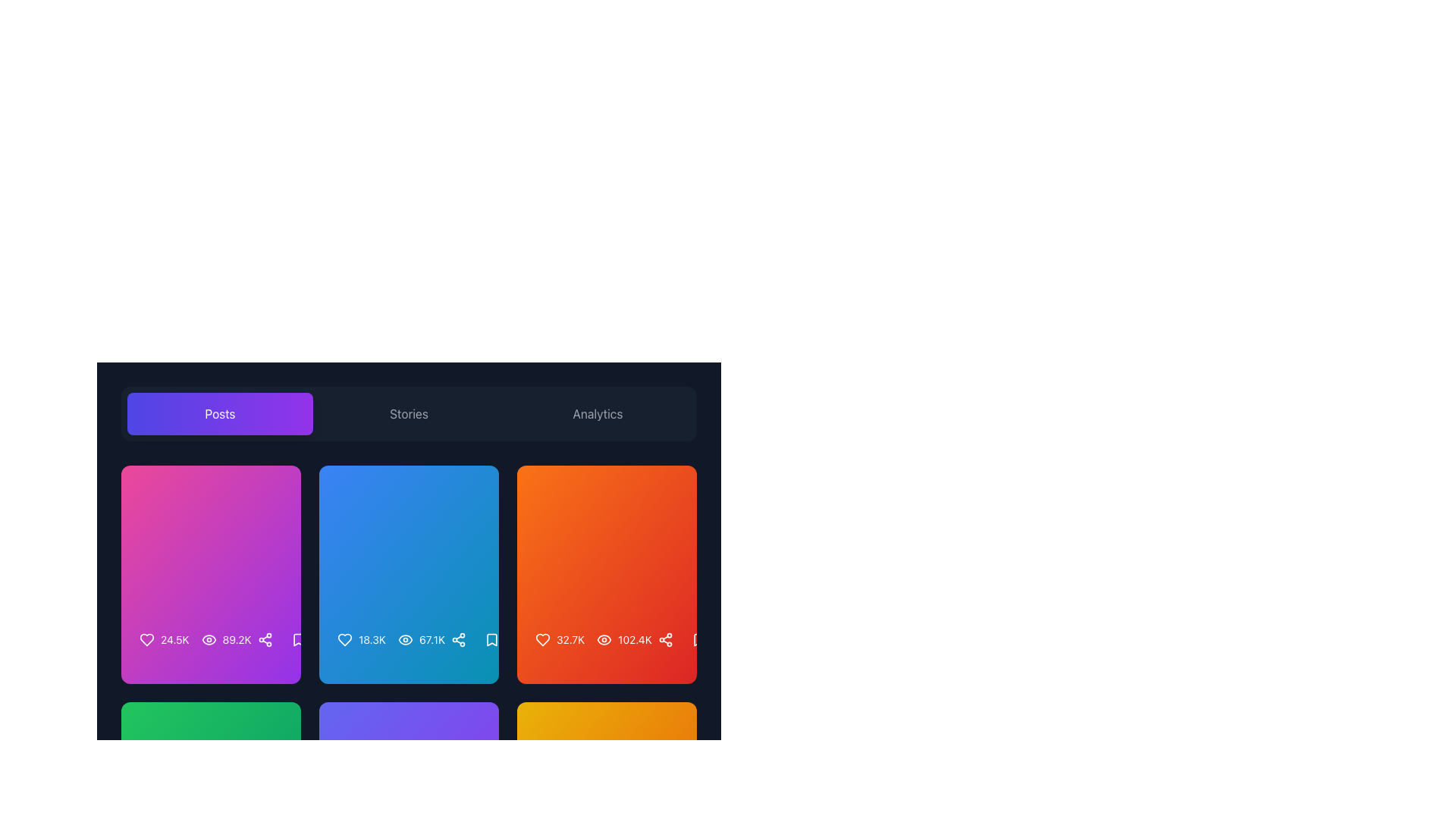 The image size is (1456, 819). What do you see at coordinates (372, 640) in the screenshot?
I see `the static label displaying the number '18.3K' in white color, which is positioned immediately to the right of a heart-shaped icon` at bounding box center [372, 640].